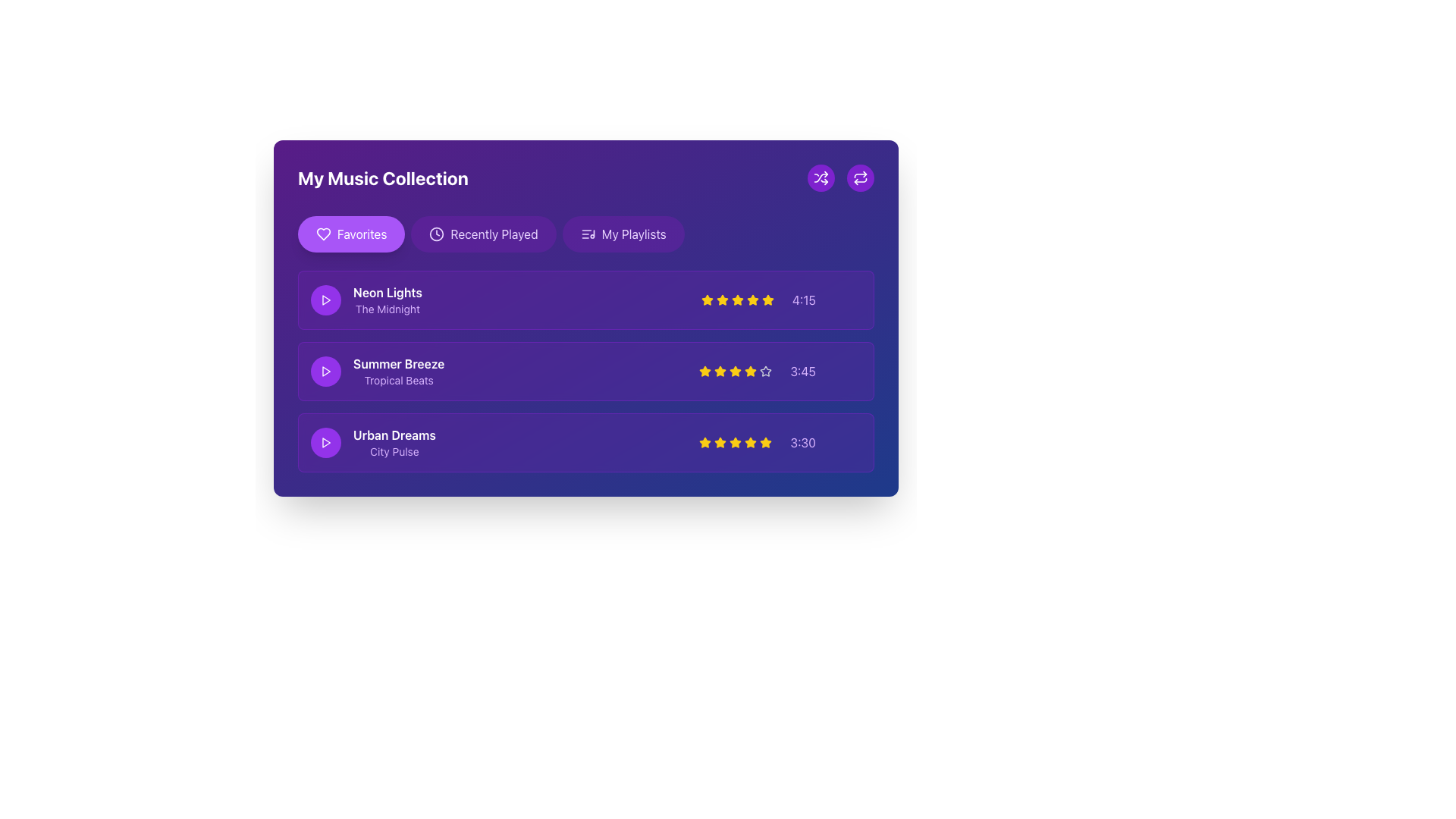  I want to click on the third button from the left in the horizontal button group titled 'My Music Collection', so click(623, 234).